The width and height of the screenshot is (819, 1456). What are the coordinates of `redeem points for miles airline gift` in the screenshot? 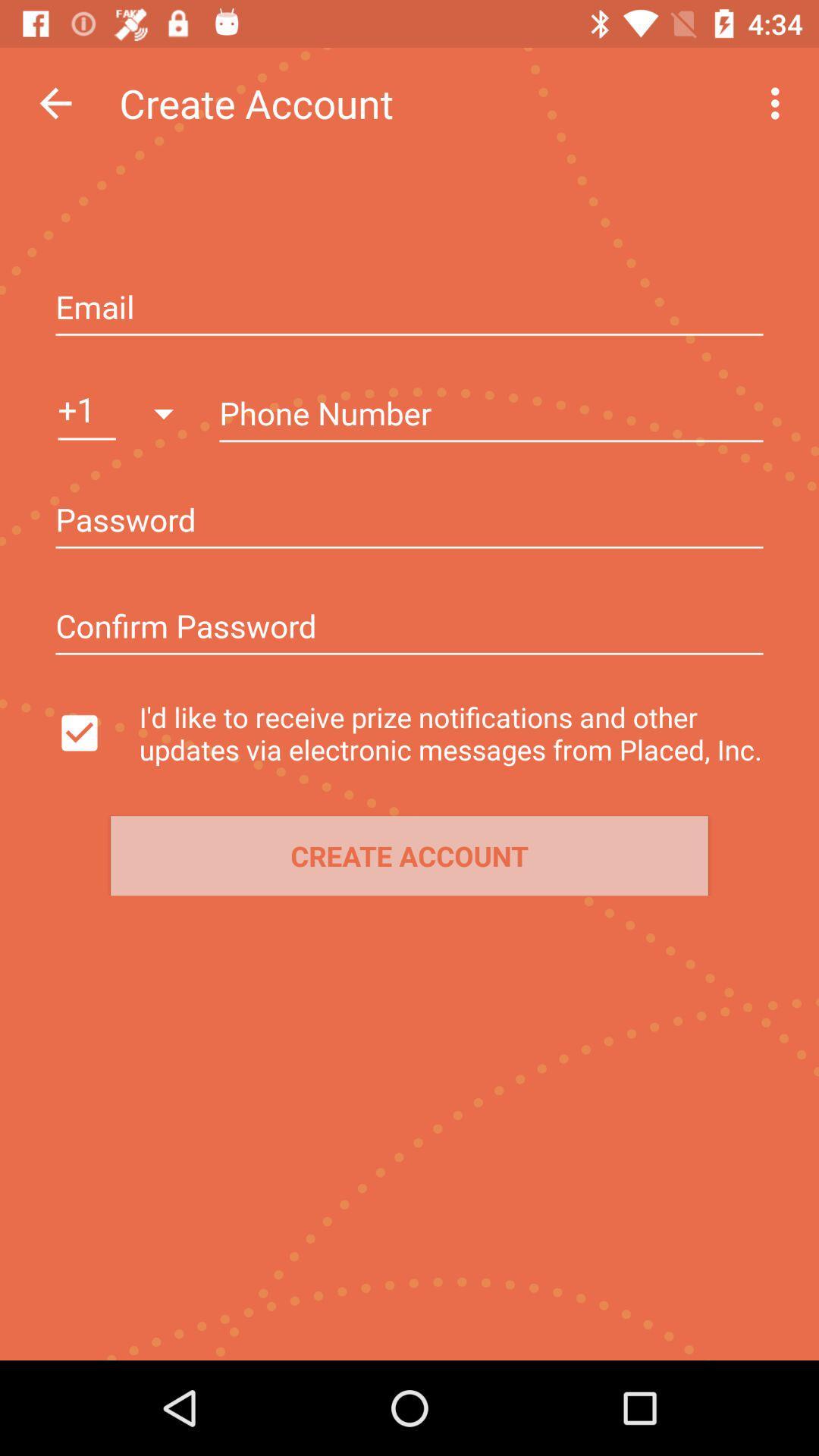 It's located at (409, 308).